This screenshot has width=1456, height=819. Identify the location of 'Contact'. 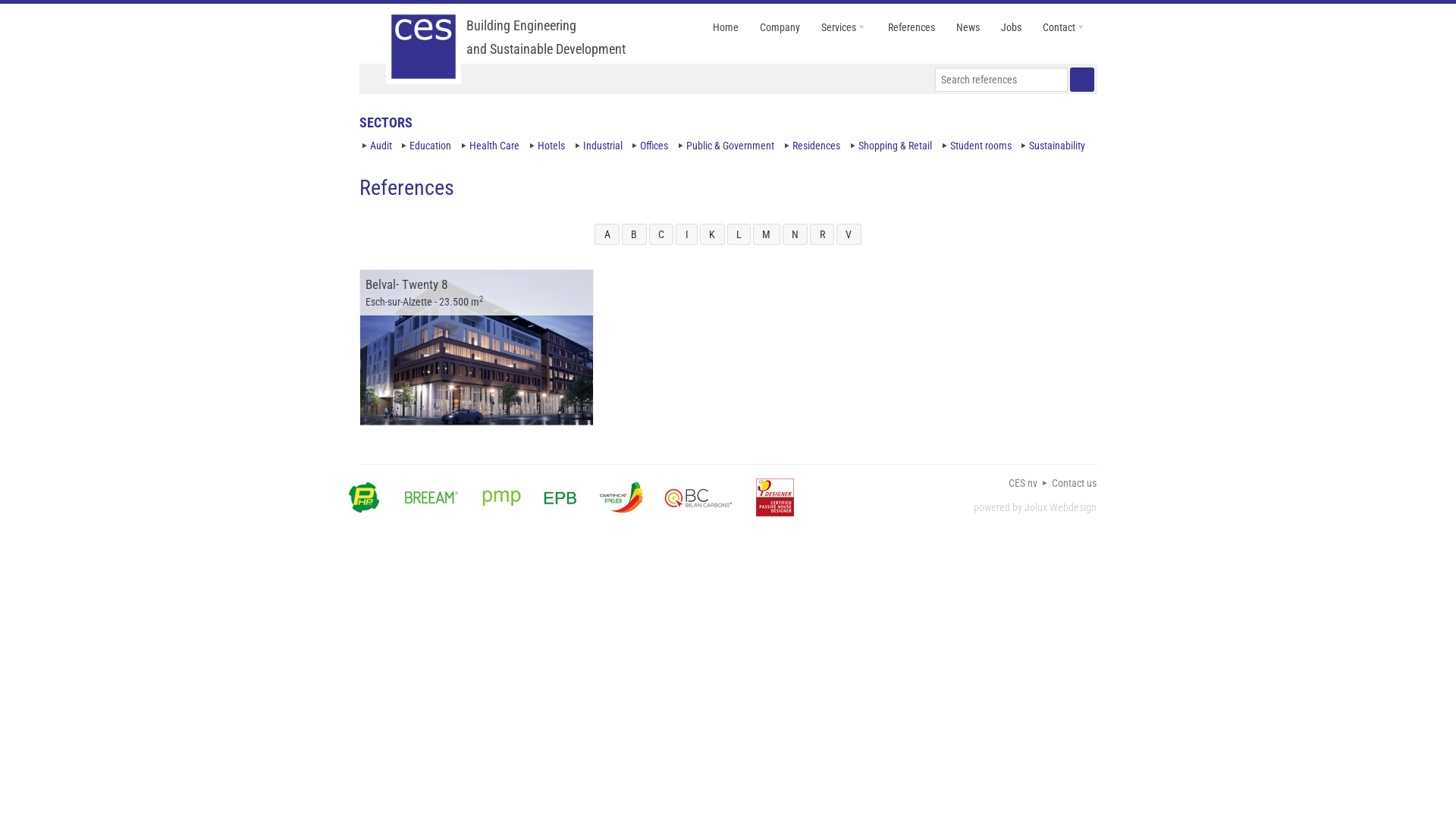
(1031, 27).